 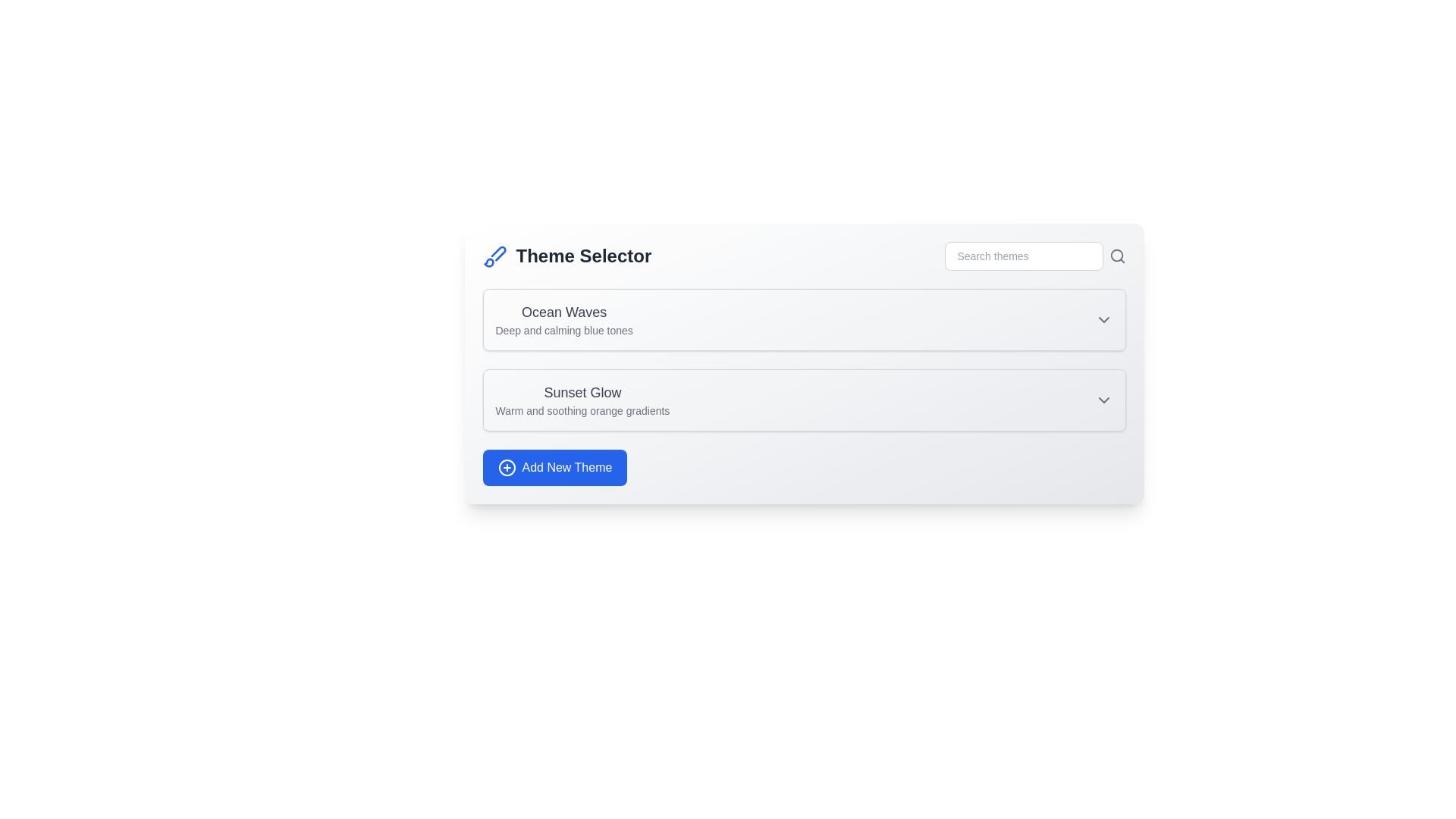 What do you see at coordinates (563, 318) in the screenshot?
I see `the 'Ocean Waves' text display component, which consists of two lines of text` at bounding box center [563, 318].